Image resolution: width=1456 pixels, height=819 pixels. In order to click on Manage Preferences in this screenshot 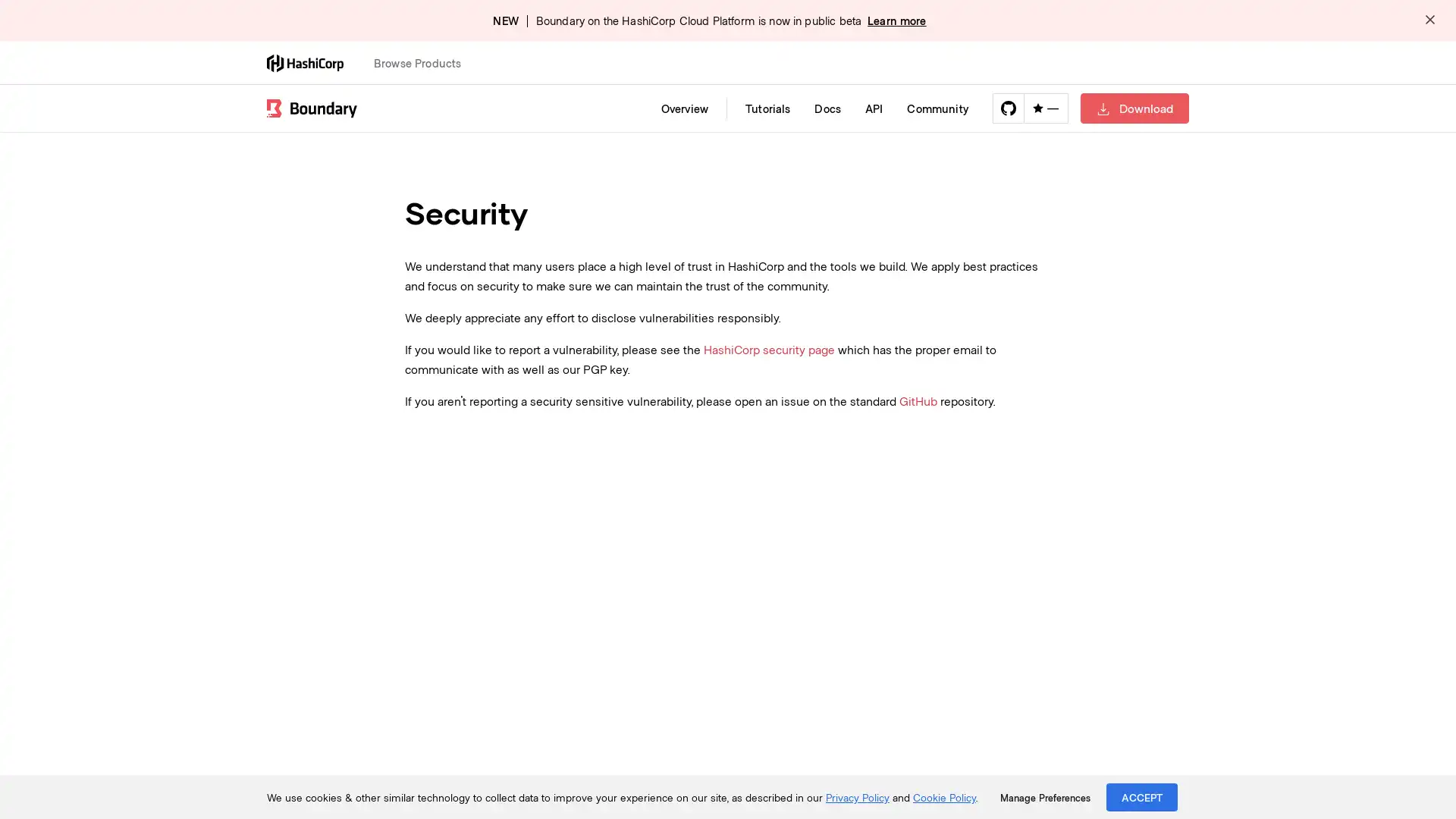, I will do `click(1044, 797)`.